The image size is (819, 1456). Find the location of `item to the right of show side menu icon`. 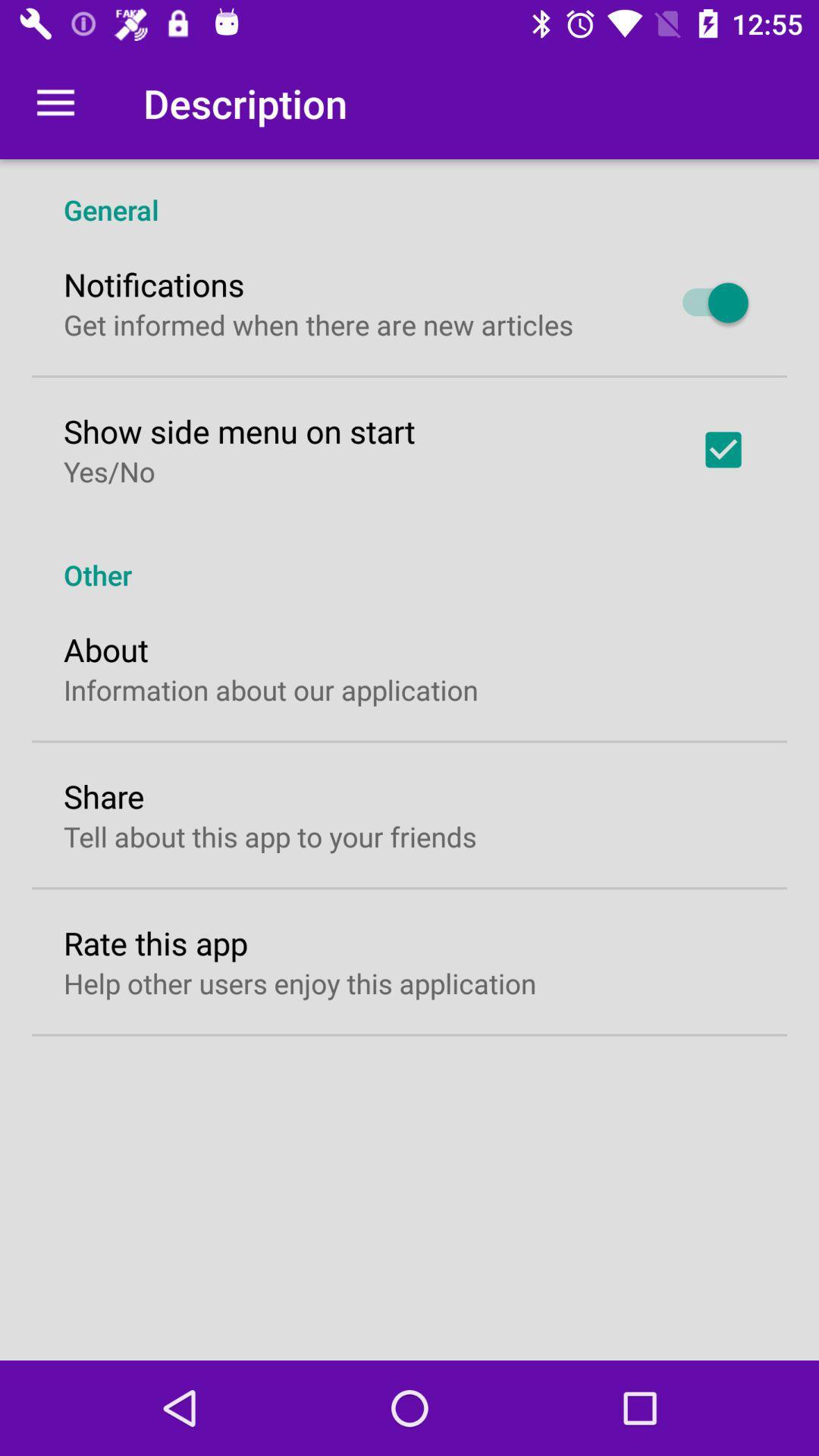

item to the right of show side menu icon is located at coordinates (722, 449).